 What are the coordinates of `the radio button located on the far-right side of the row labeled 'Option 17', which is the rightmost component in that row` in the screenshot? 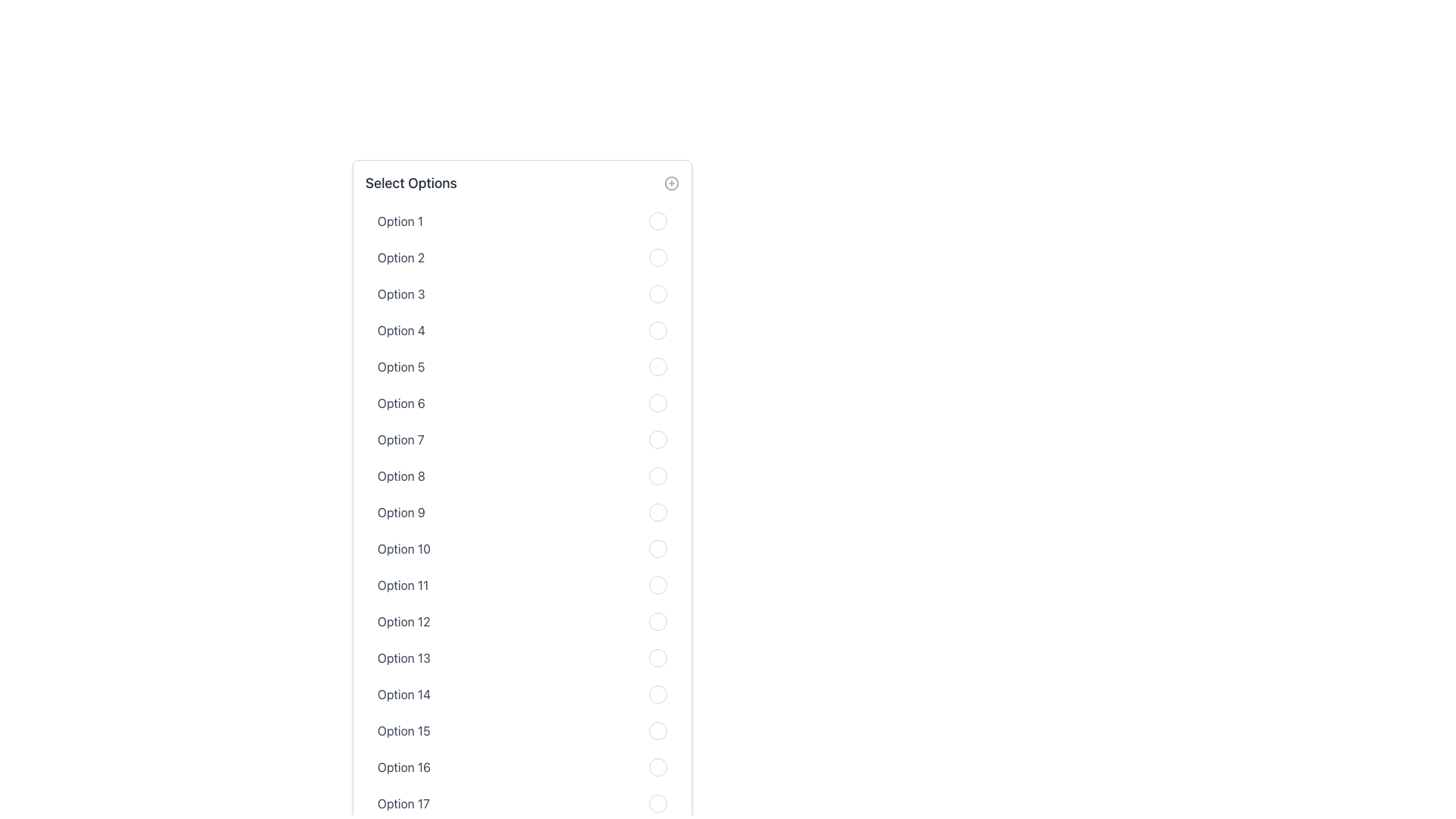 It's located at (658, 803).